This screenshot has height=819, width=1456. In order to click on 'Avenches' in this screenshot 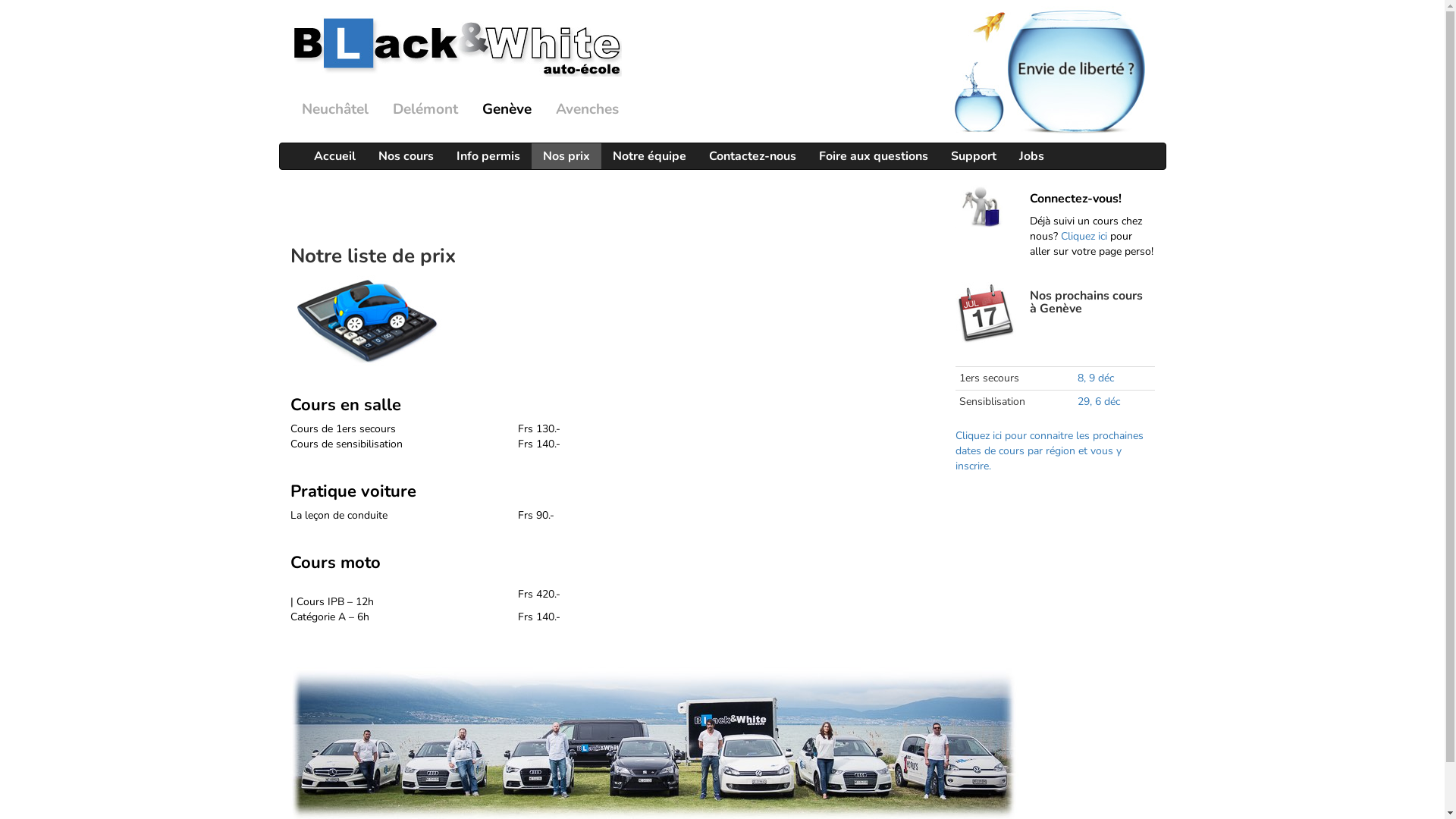, I will do `click(586, 108)`.